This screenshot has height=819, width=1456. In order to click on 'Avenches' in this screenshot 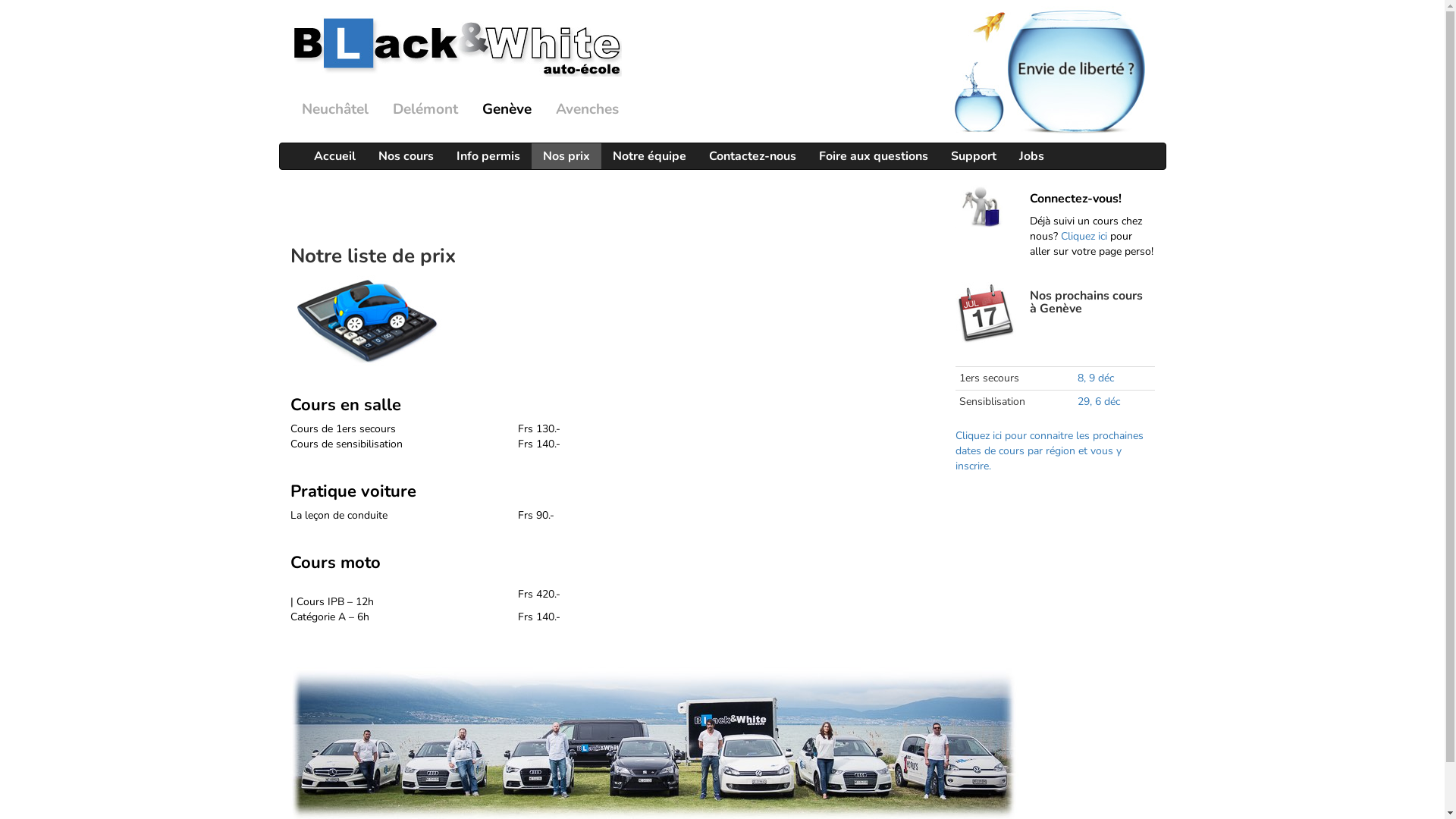, I will do `click(586, 108)`.